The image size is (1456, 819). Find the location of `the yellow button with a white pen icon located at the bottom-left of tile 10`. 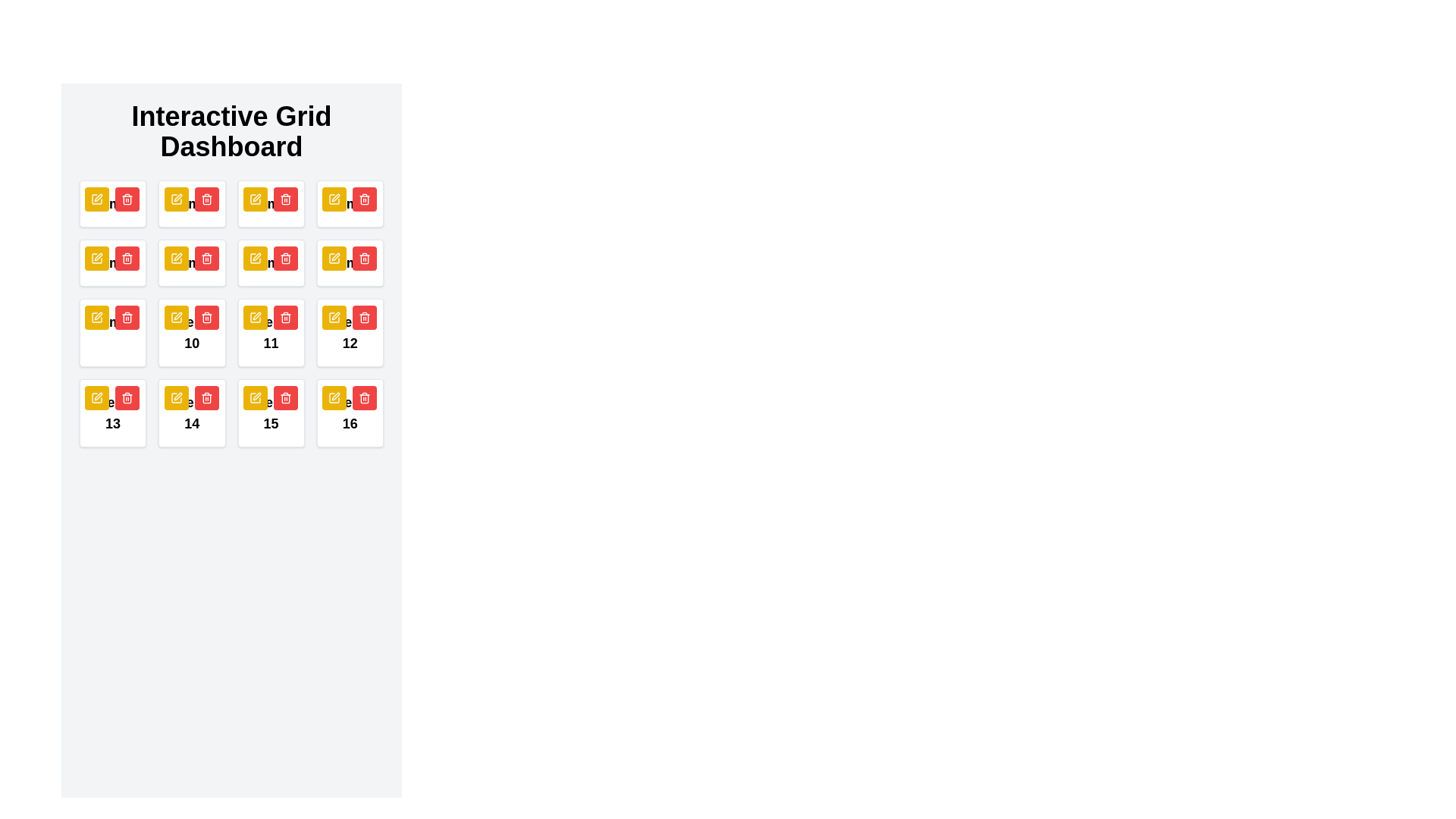

the yellow button with a white pen icon located at the bottom-left of tile 10 is located at coordinates (176, 317).